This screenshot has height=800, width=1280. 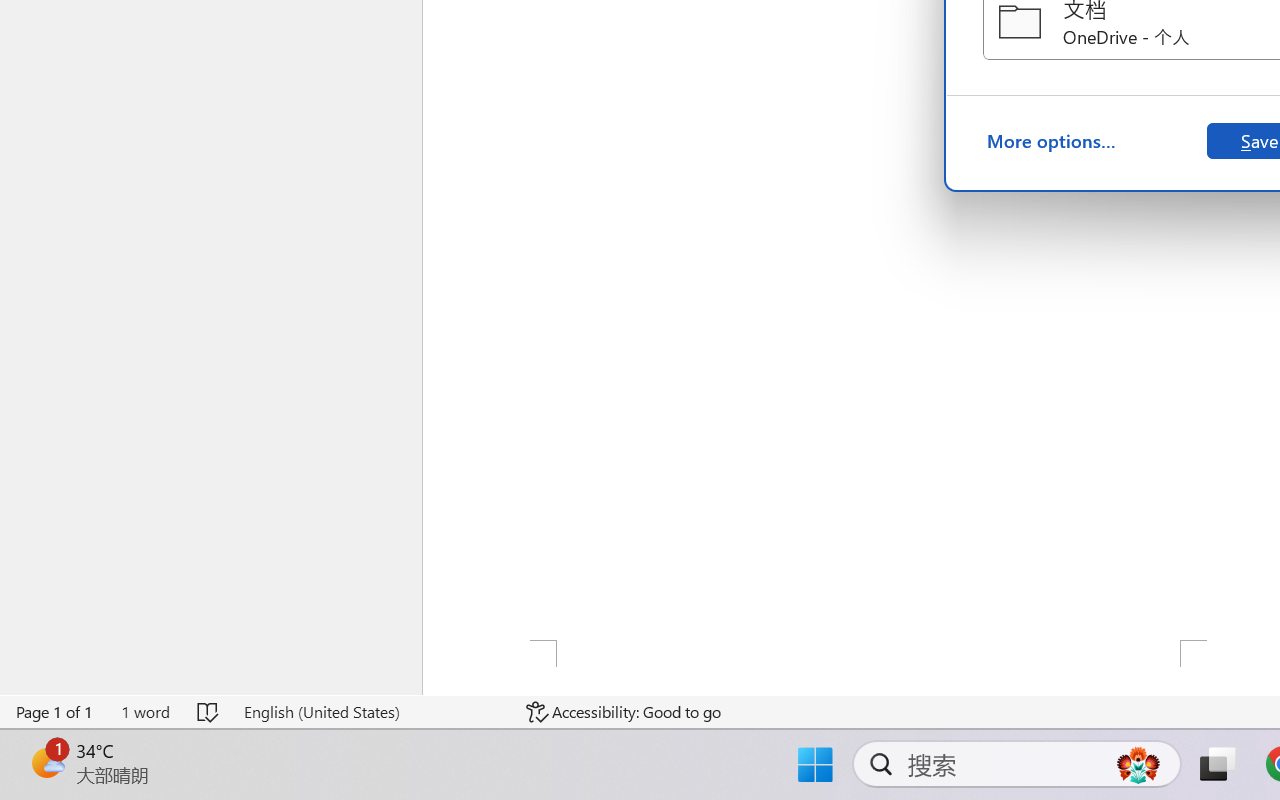 I want to click on 'Spelling and Grammar Check No Errors', so click(x=209, y=711).